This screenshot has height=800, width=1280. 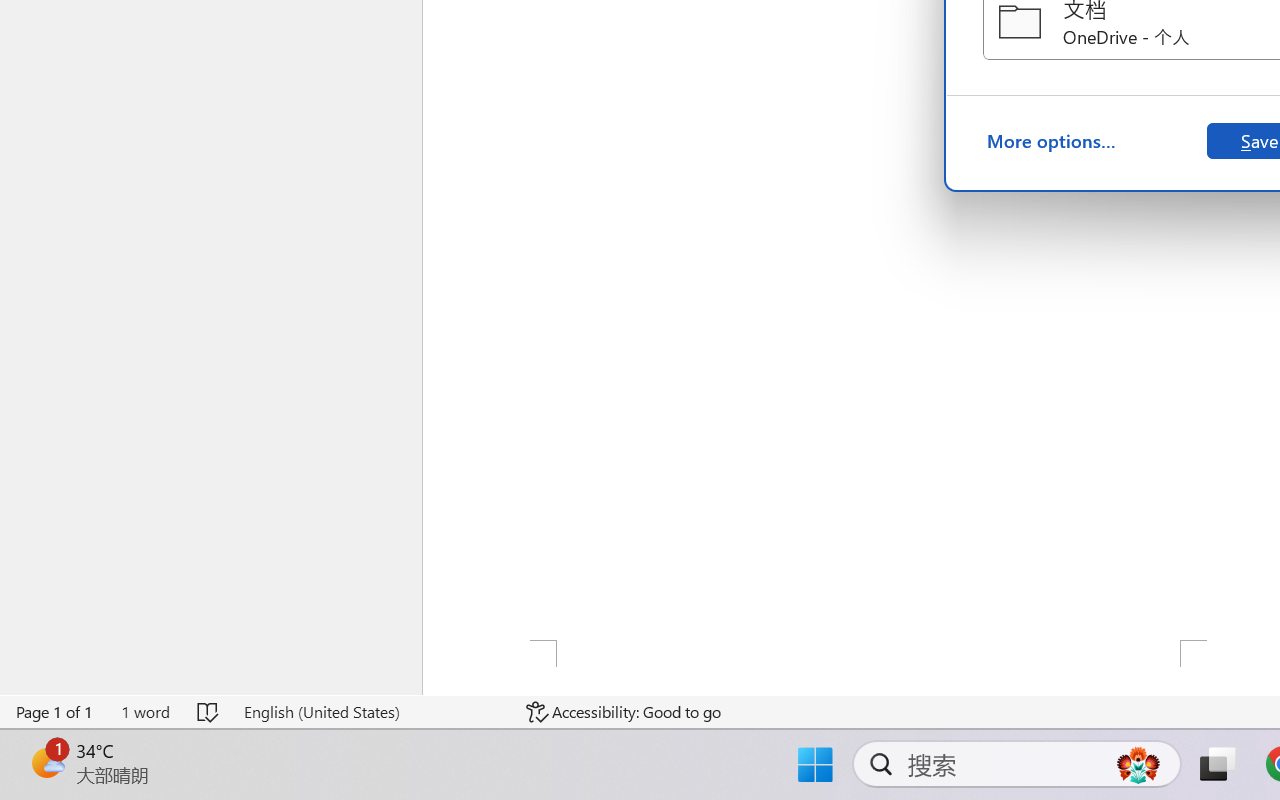 I want to click on 'Spelling and Grammar Check No Errors', so click(x=209, y=711).